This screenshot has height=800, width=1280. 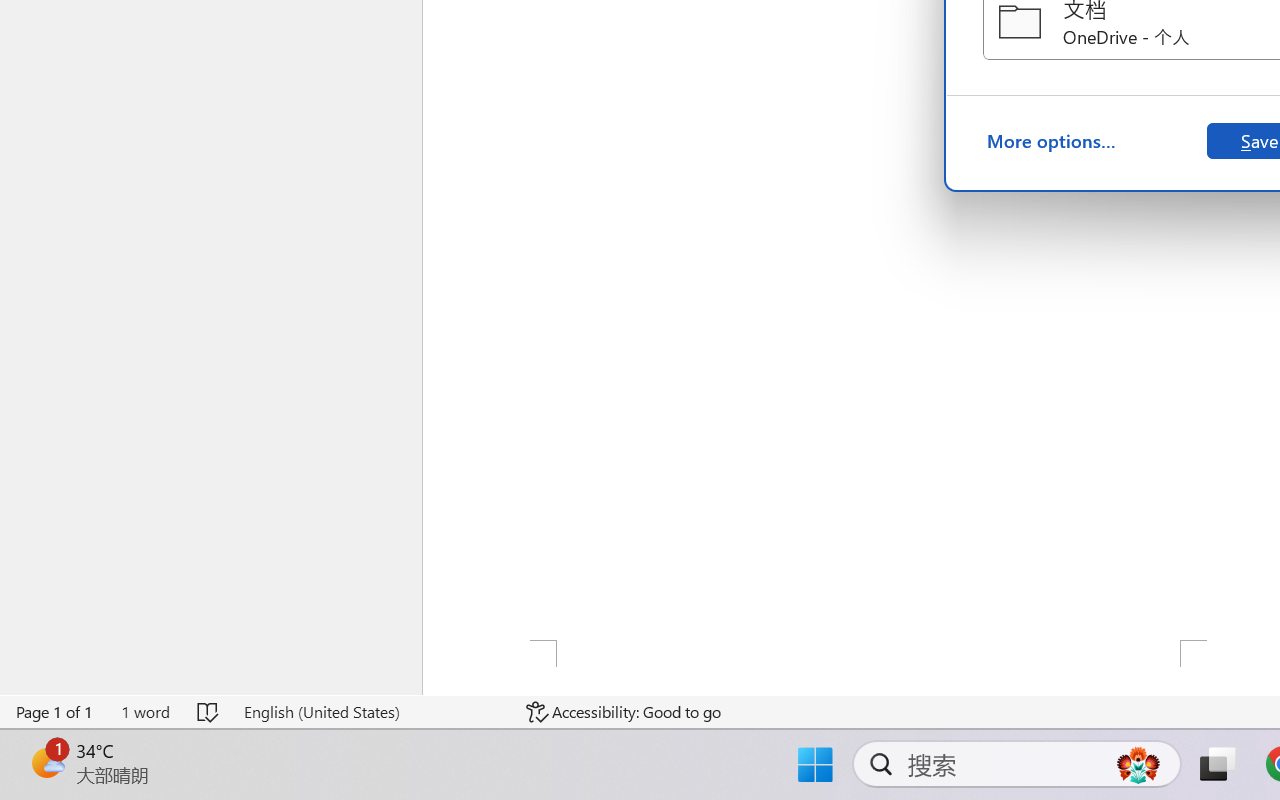 I want to click on 'Spelling and Grammar Check No Errors', so click(x=209, y=711).